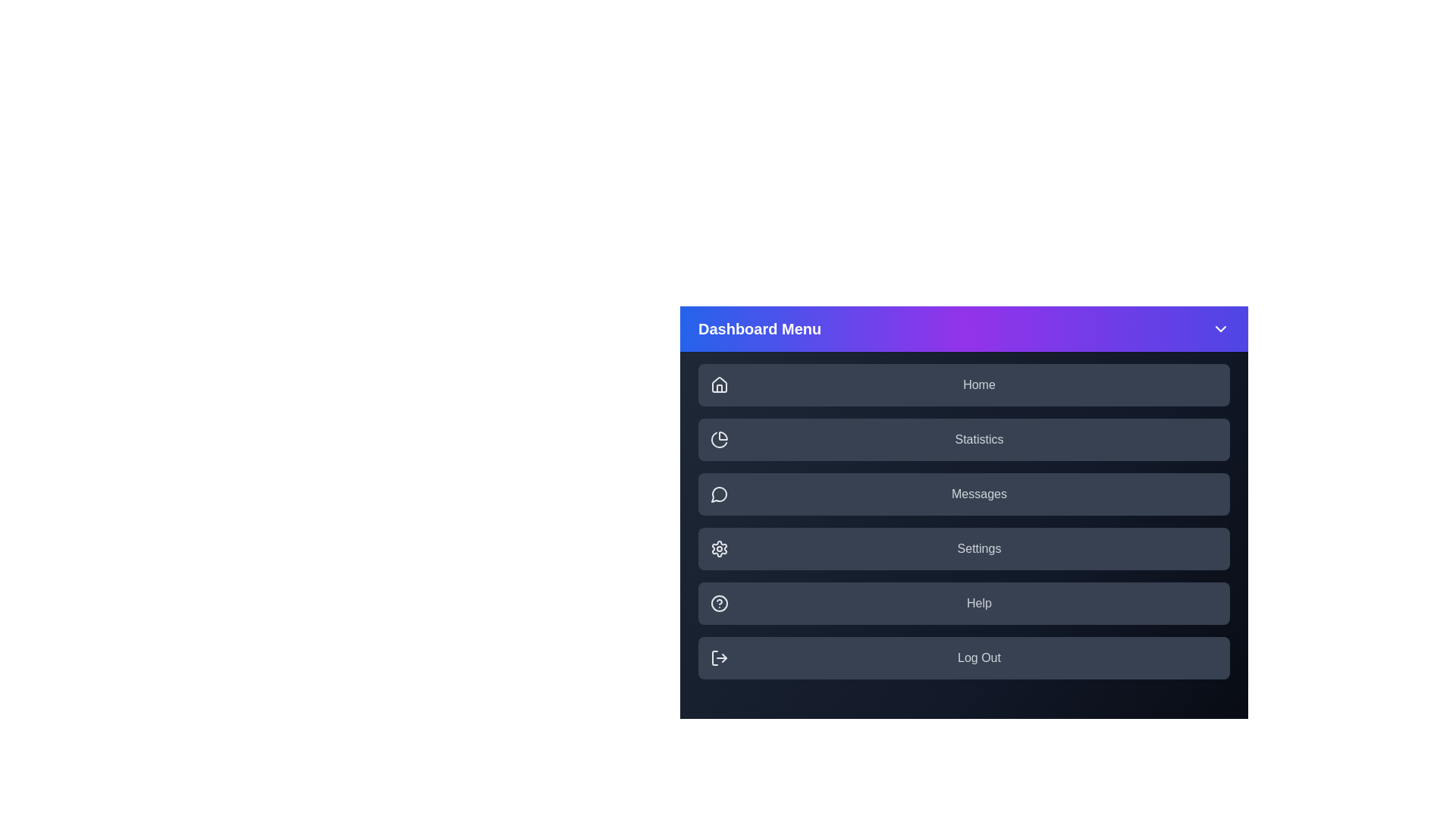  I want to click on the icon corresponding to the menu item Settings, so click(719, 549).